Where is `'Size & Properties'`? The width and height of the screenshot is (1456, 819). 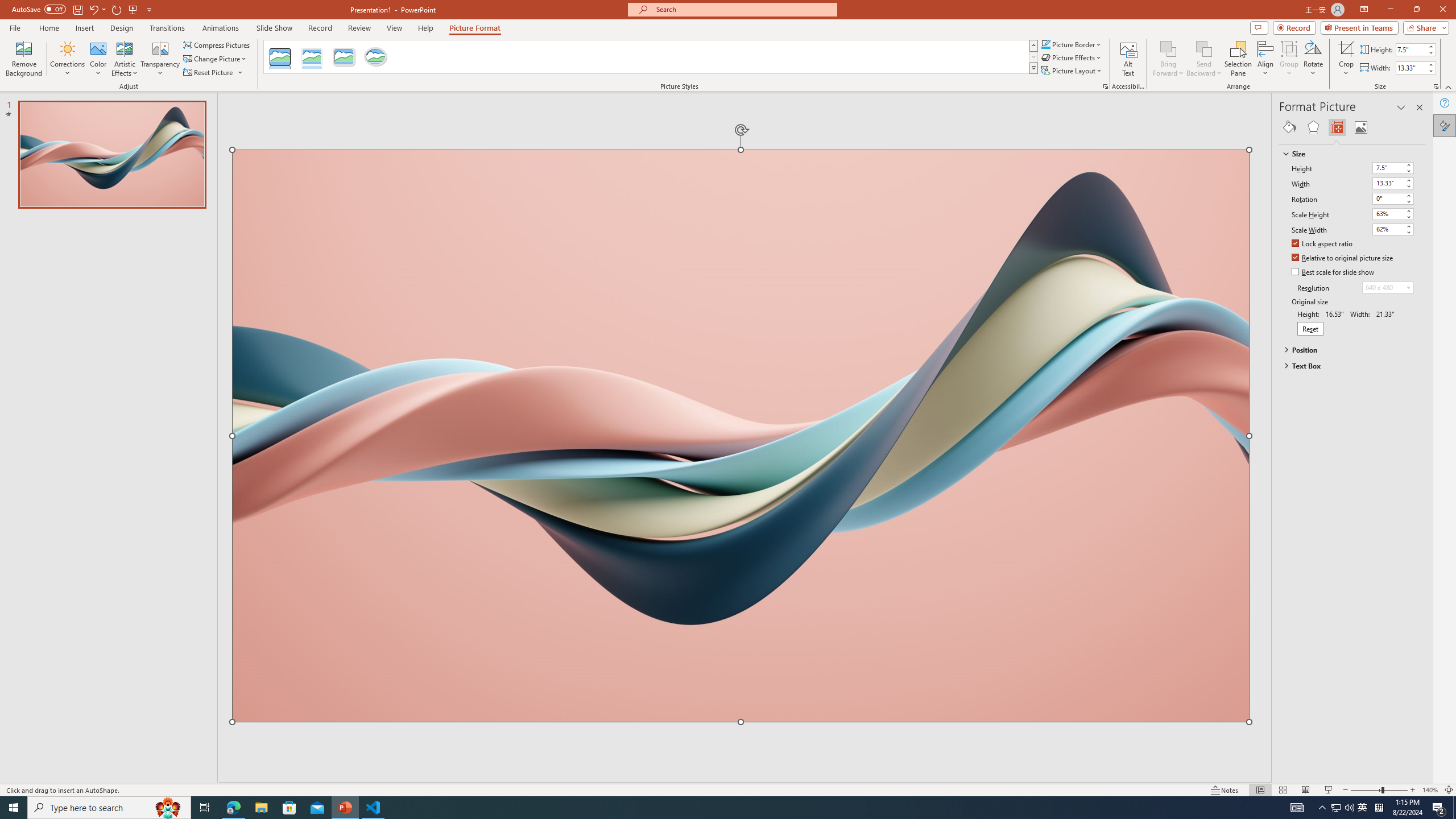 'Size & Properties' is located at coordinates (1337, 126).